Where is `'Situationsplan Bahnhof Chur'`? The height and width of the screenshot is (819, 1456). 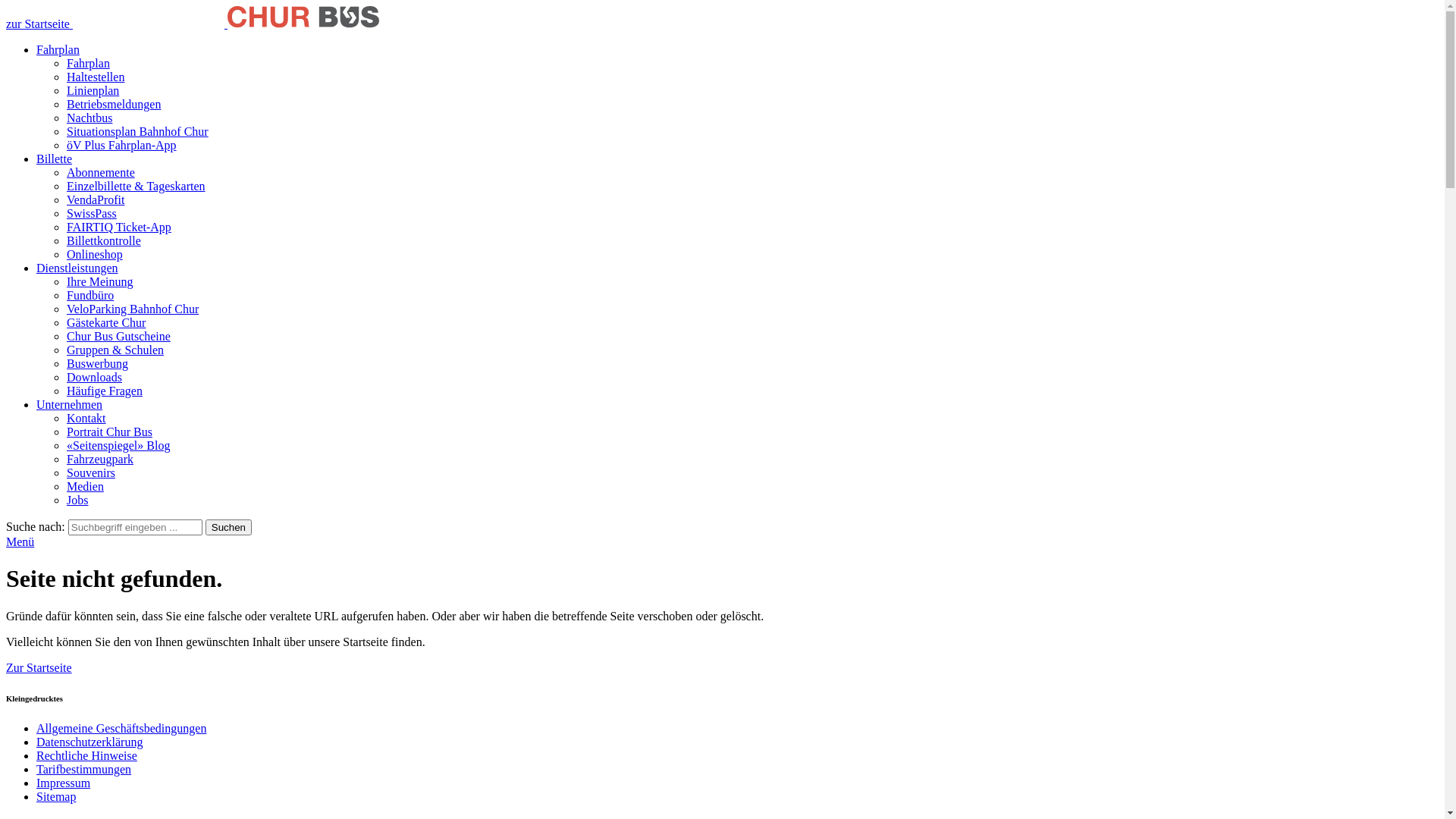
'Situationsplan Bahnhof Chur' is located at coordinates (137, 130).